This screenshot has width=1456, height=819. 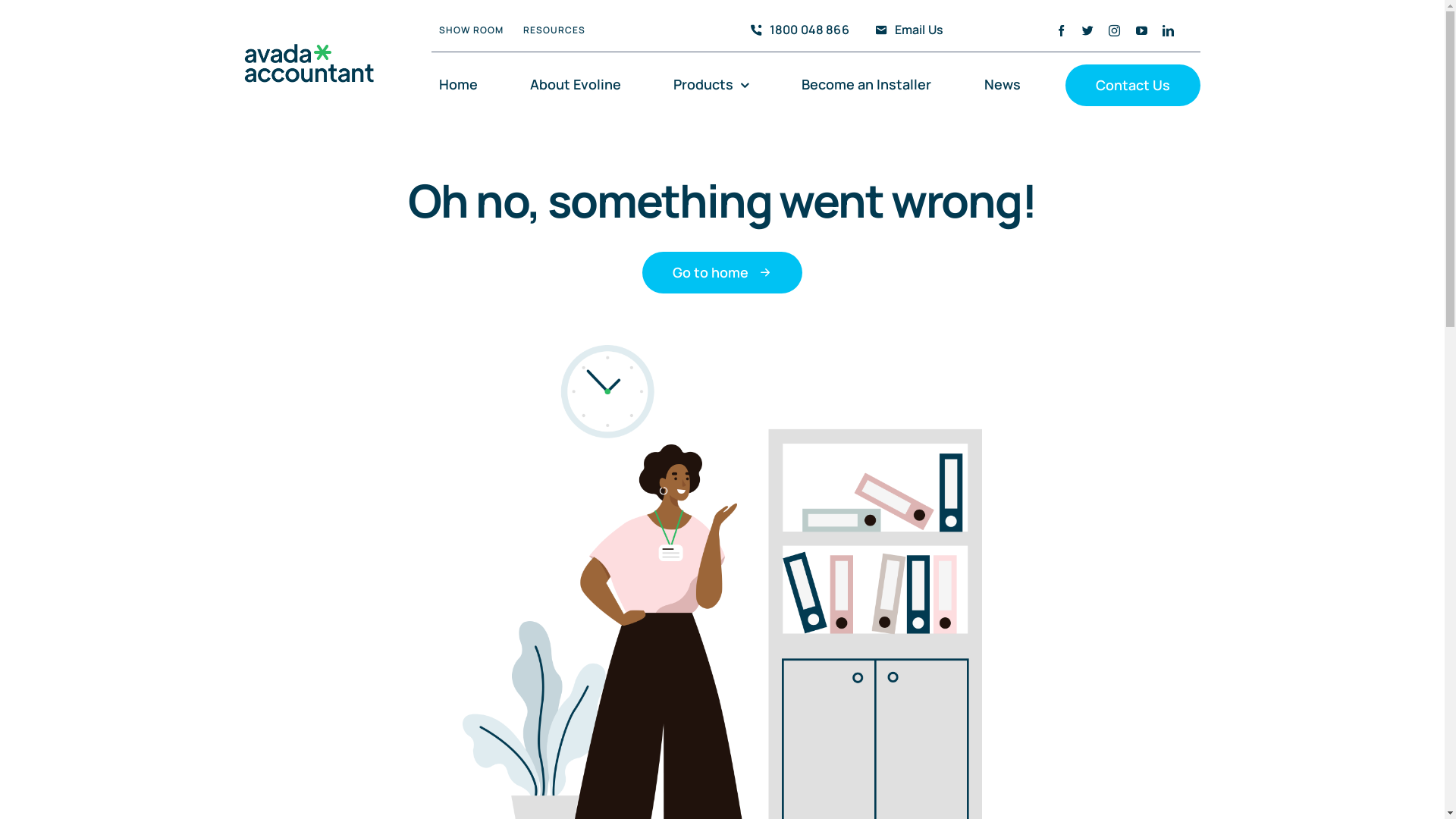 What do you see at coordinates (431, 30) in the screenshot?
I see `'SHOW ROOM'` at bounding box center [431, 30].